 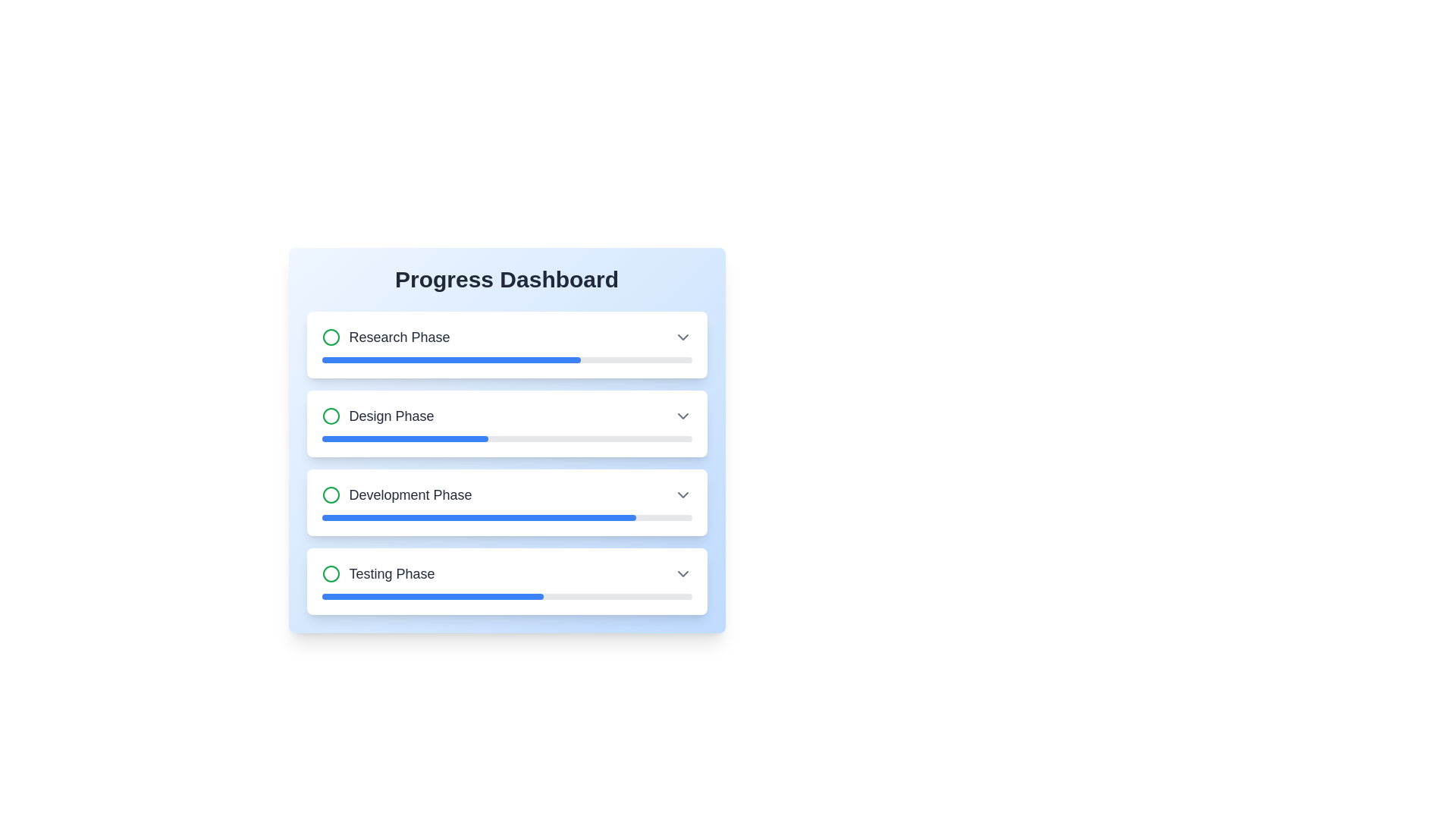 What do you see at coordinates (330, 416) in the screenshot?
I see `the status icon located to the left of the text 'Design Phase' in the second section of the Progress Dashboard` at bounding box center [330, 416].